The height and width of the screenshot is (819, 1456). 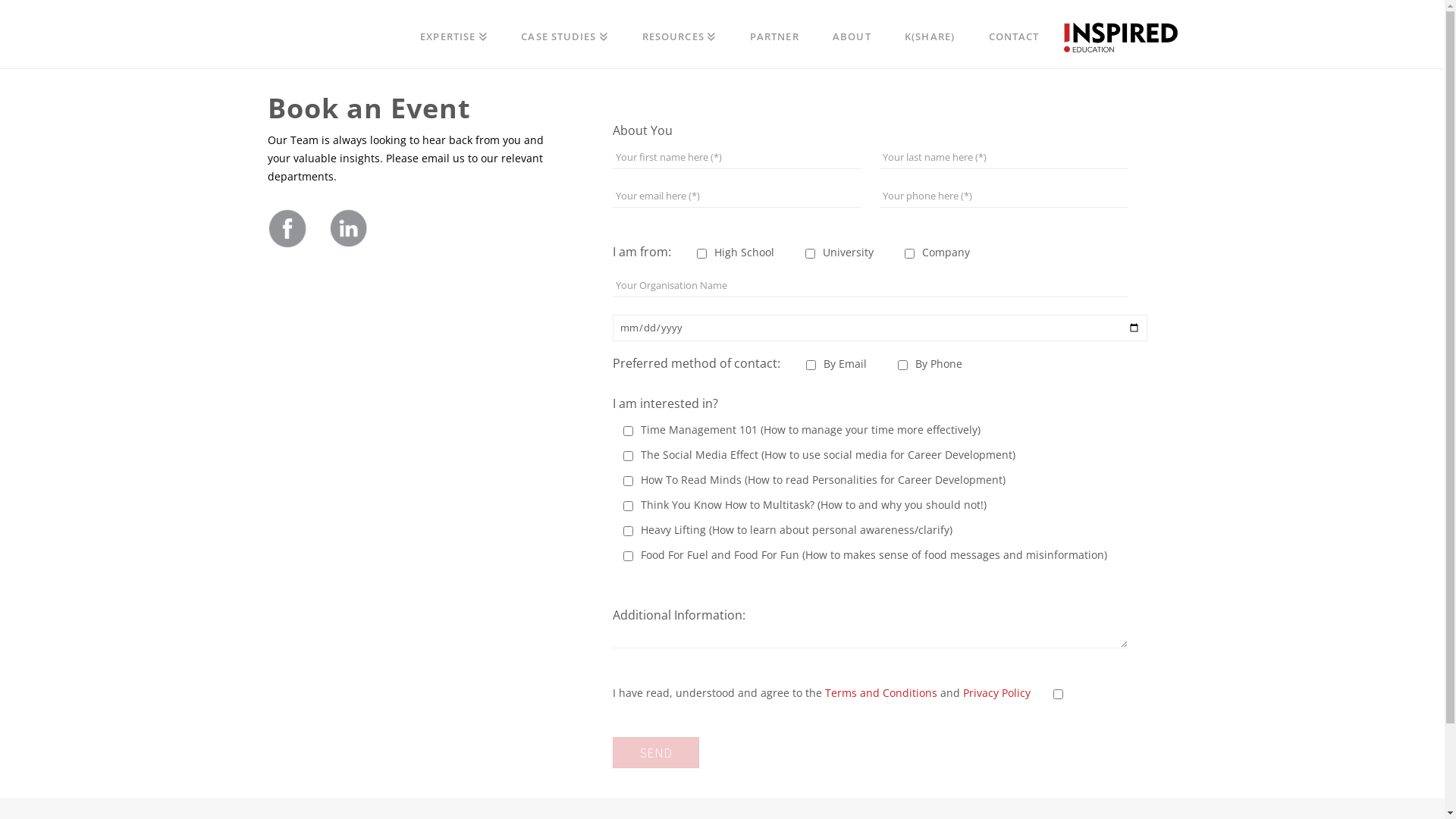 What do you see at coordinates (679, 34) in the screenshot?
I see `'RESOURCES'` at bounding box center [679, 34].